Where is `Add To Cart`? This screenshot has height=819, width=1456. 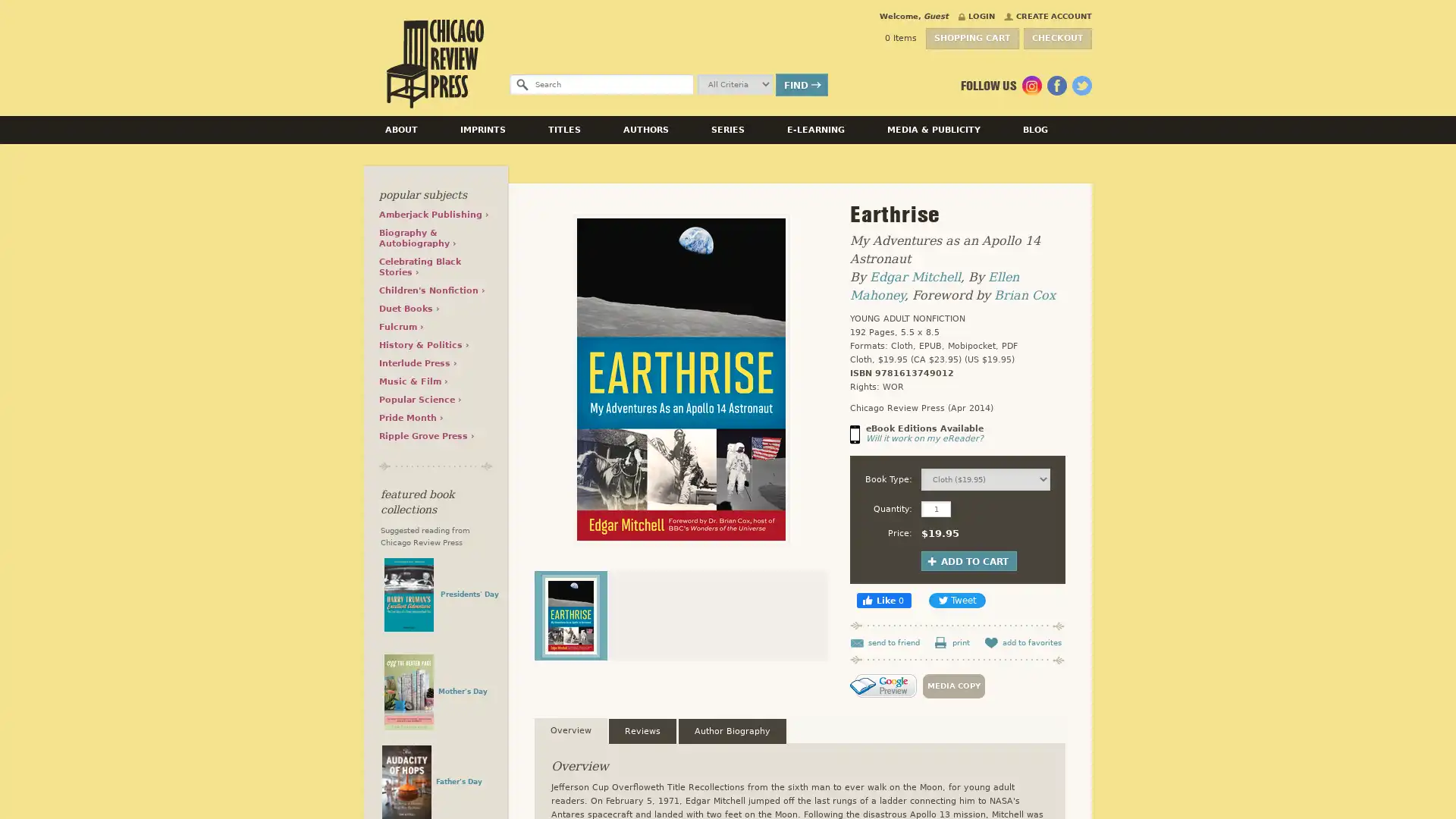
Add To Cart is located at coordinates (968, 560).